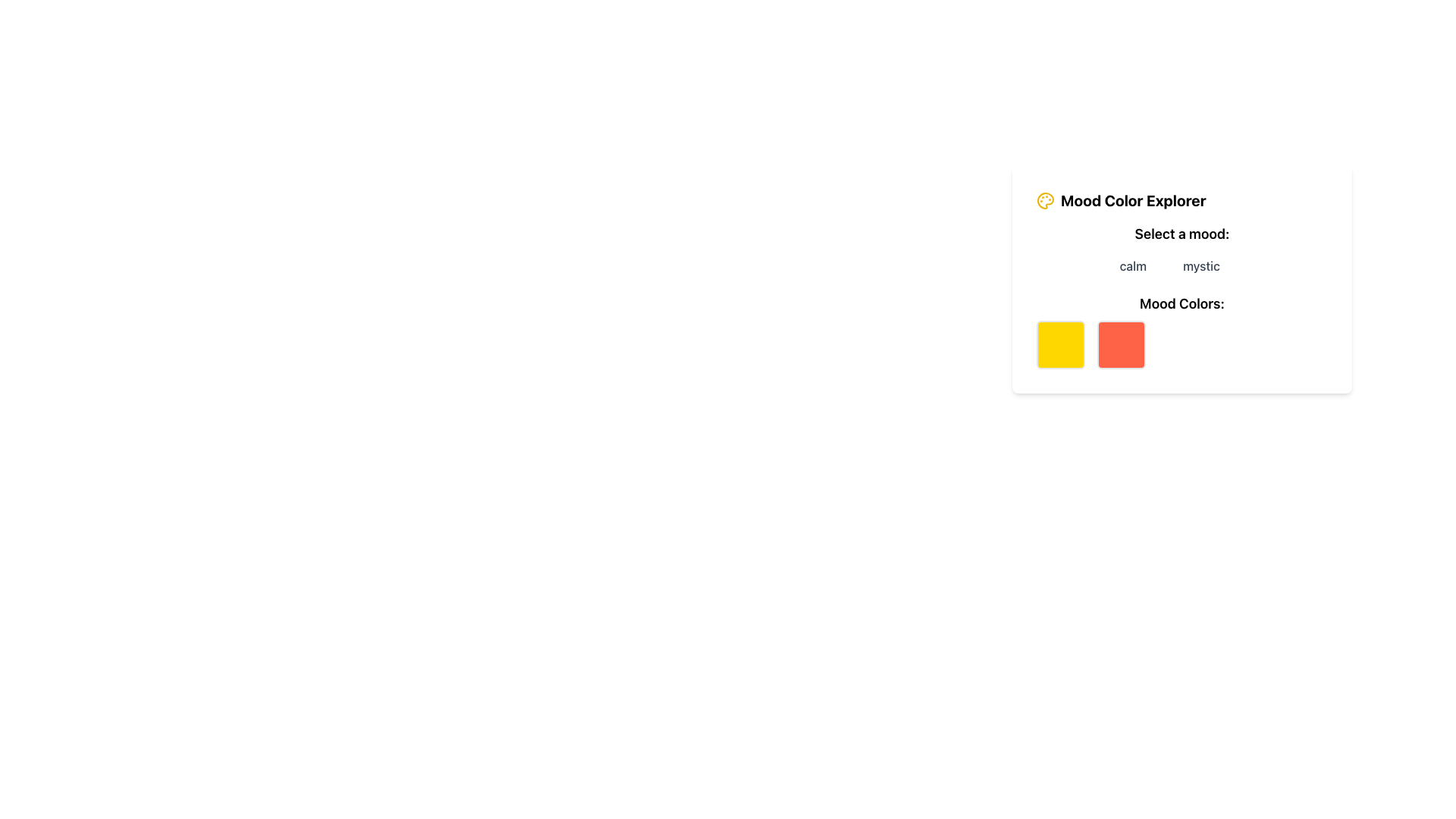  I want to click on the red-orange square-shaped color box with rounded corners located within the 'Mood Color Explorer' card, so click(1121, 345).